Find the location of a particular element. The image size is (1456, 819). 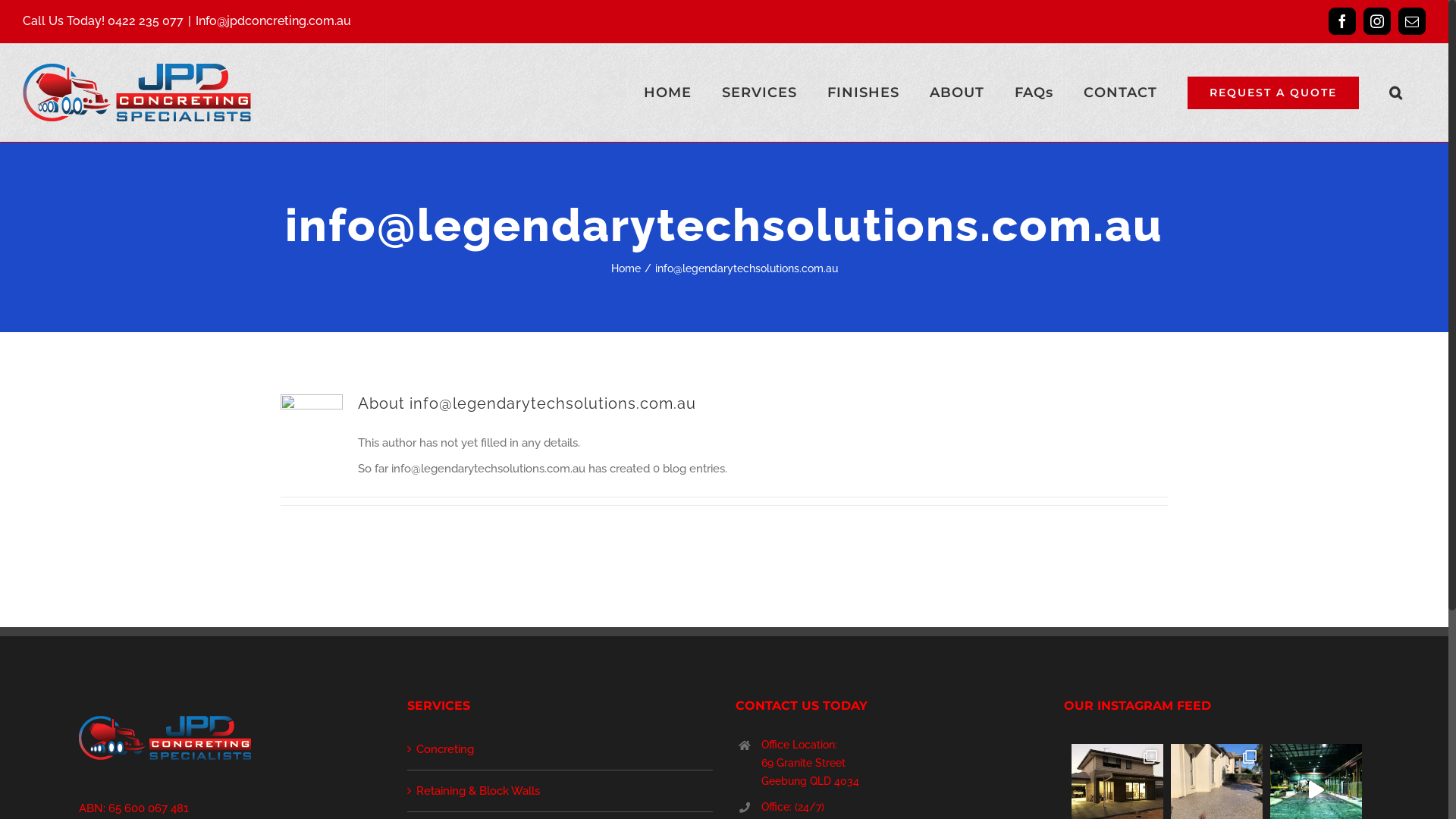

'FINISHES' is located at coordinates (818, 93).